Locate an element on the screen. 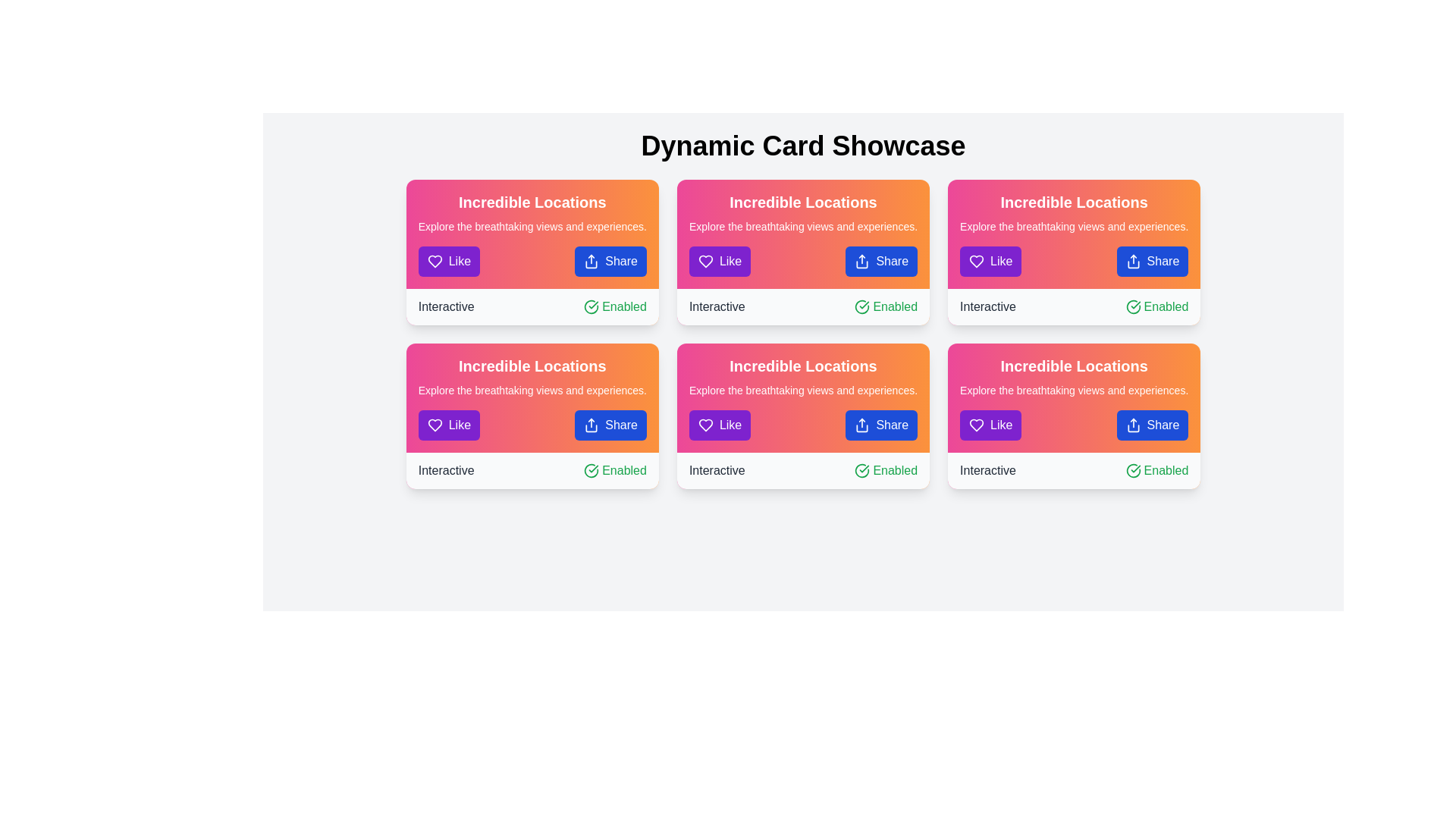 Image resolution: width=1456 pixels, height=819 pixels. the 'Like' button located at the bottom of the card to change its shade is located at coordinates (990, 425).